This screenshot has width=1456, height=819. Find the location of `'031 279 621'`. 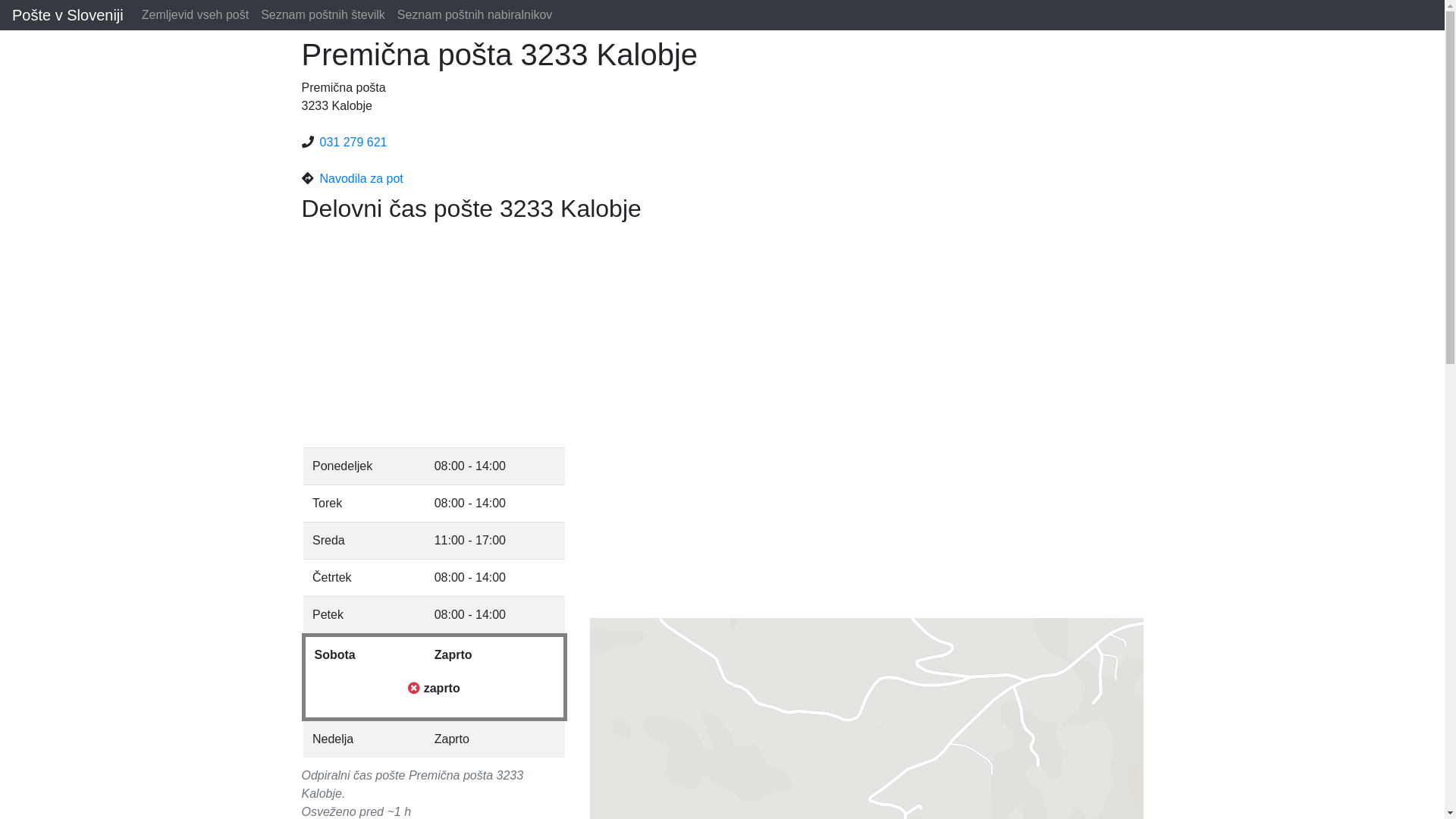

'031 279 621' is located at coordinates (353, 142).